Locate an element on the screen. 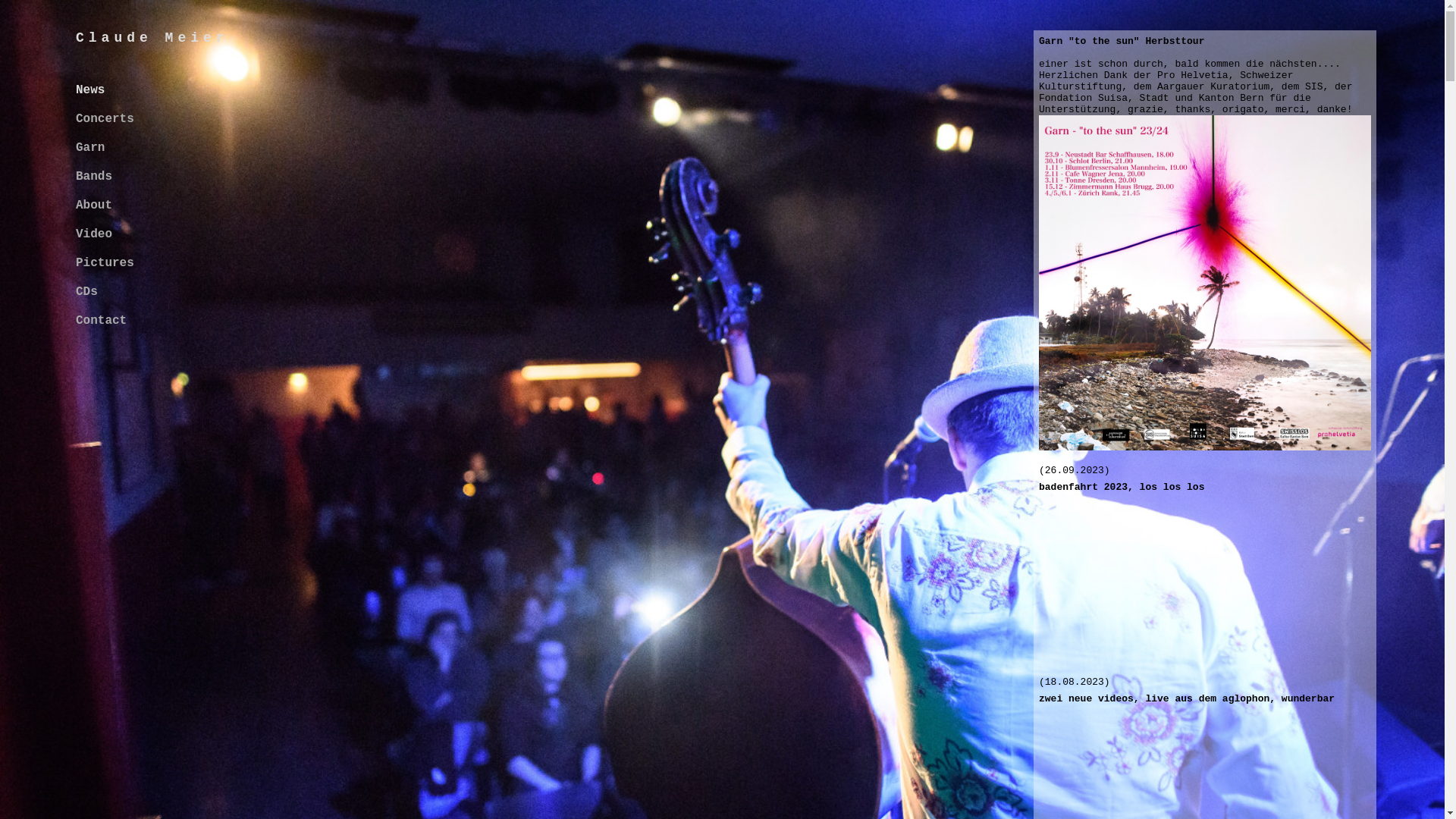 The height and width of the screenshot is (819, 1456). 'Concerts' is located at coordinates (104, 118).